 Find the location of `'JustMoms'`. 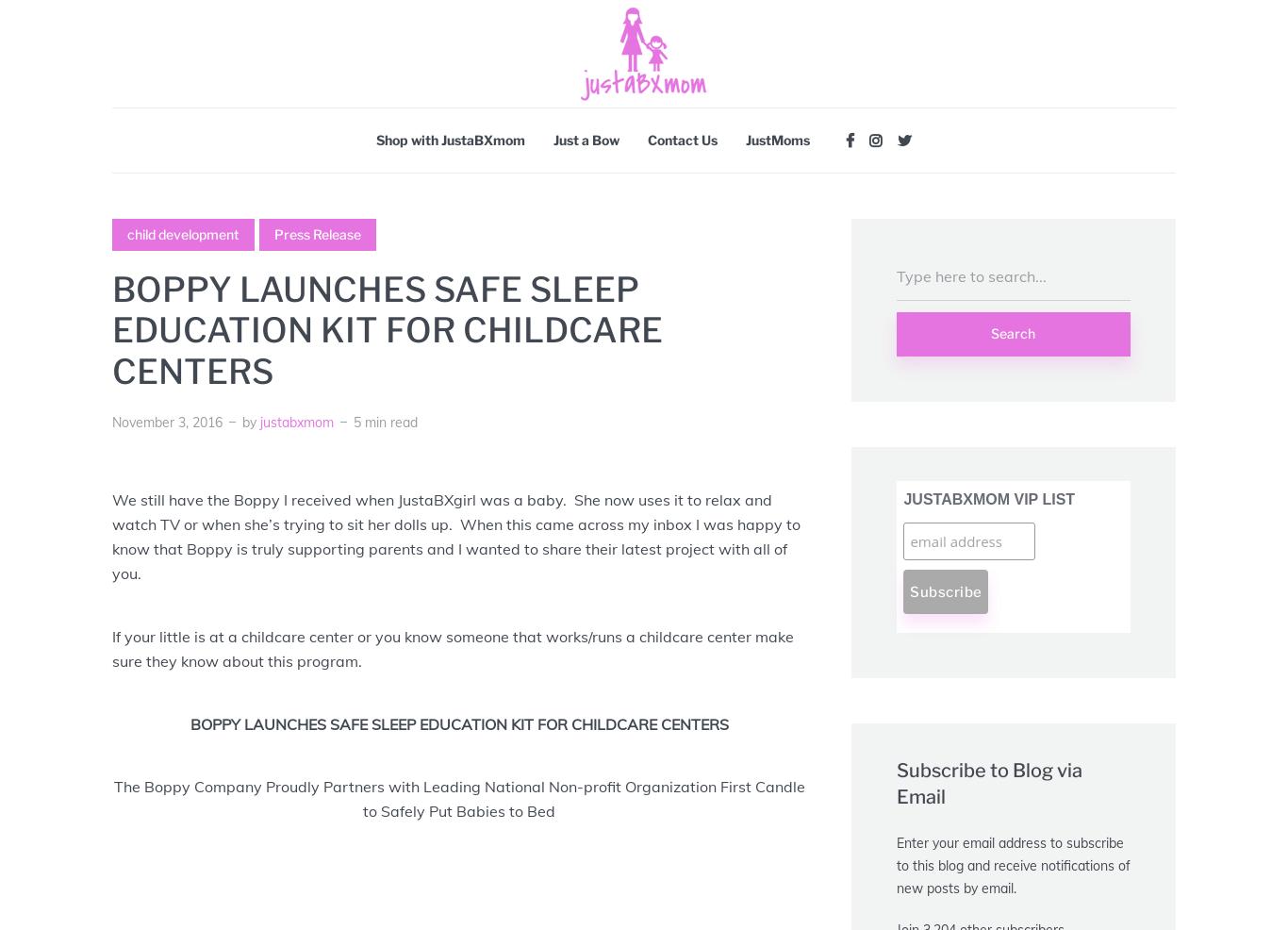

'JustMoms' is located at coordinates (746, 139).